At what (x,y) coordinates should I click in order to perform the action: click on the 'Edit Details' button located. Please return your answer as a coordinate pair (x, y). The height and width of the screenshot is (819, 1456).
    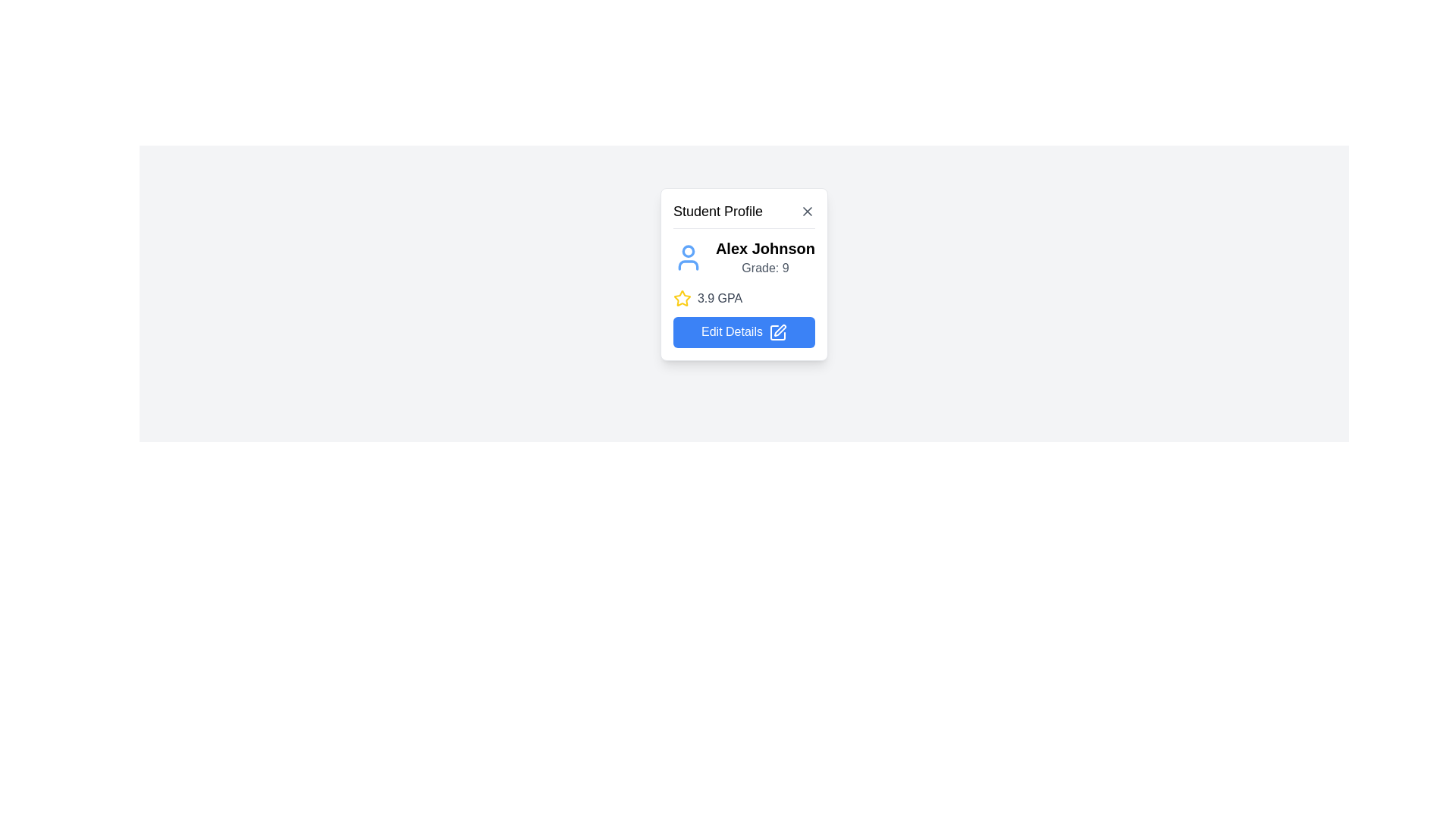
    Looking at the image, I should click on (744, 318).